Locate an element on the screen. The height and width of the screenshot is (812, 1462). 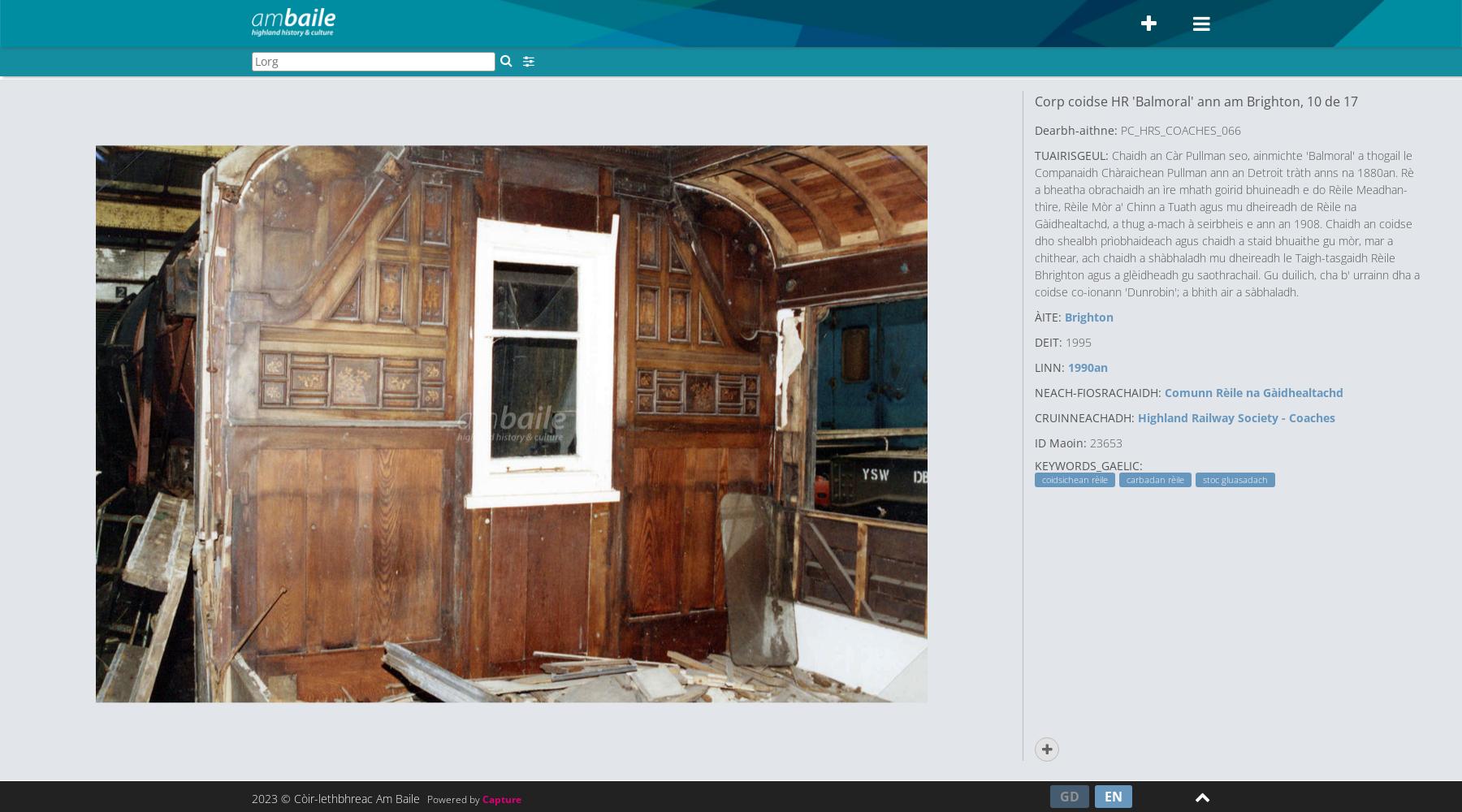
'coidsichean rèile' is located at coordinates (1075, 479).